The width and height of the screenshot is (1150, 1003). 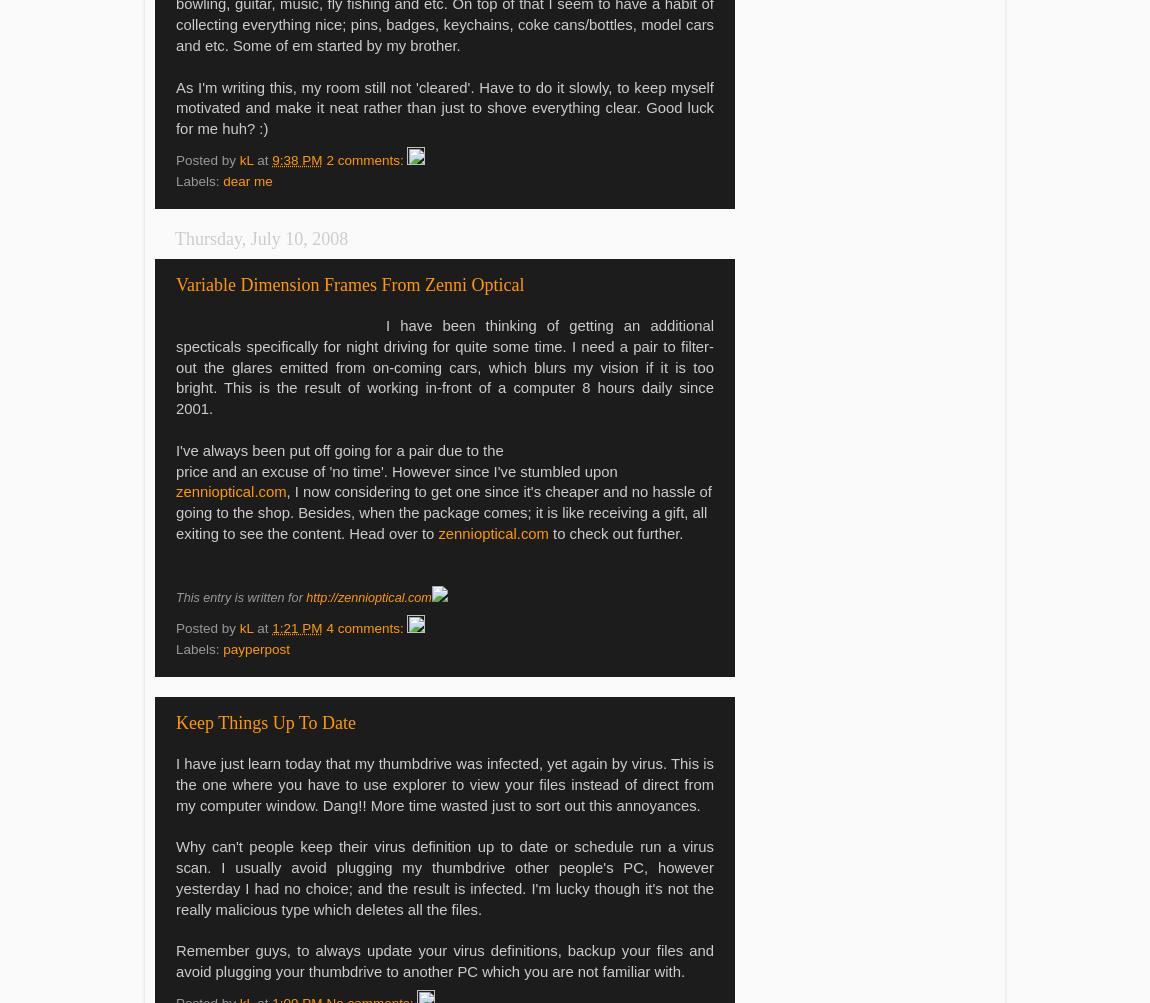 I want to click on ', I now considering to get one since it's cheaper and no hassle of going to the shop. Besides, when the package comes; it is like receiving a gift, all exiting to see the content. Head over to', so click(x=443, y=511).